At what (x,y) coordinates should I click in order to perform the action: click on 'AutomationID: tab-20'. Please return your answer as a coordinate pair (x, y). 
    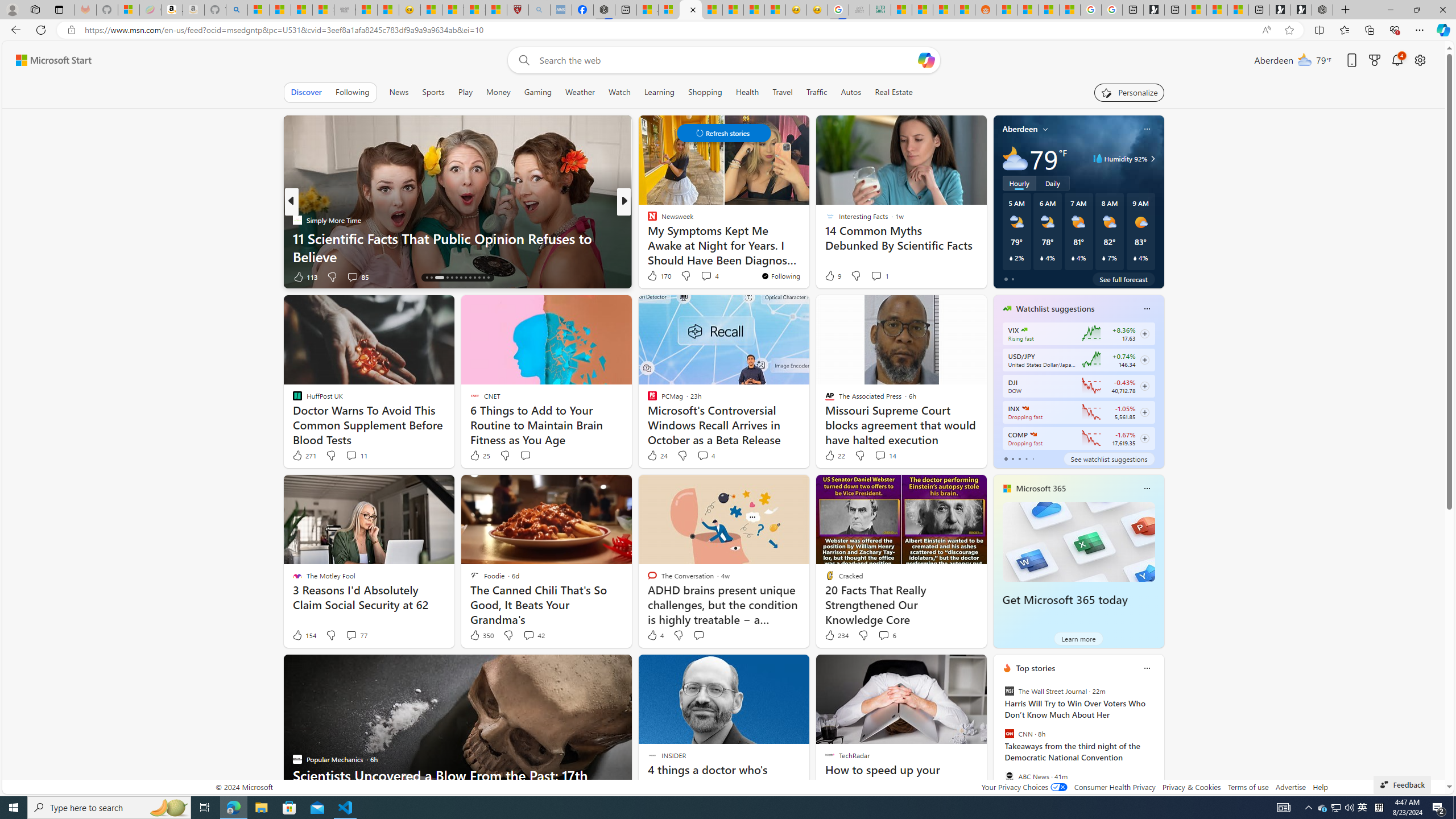
    Looking at the image, I should click on (461, 277).